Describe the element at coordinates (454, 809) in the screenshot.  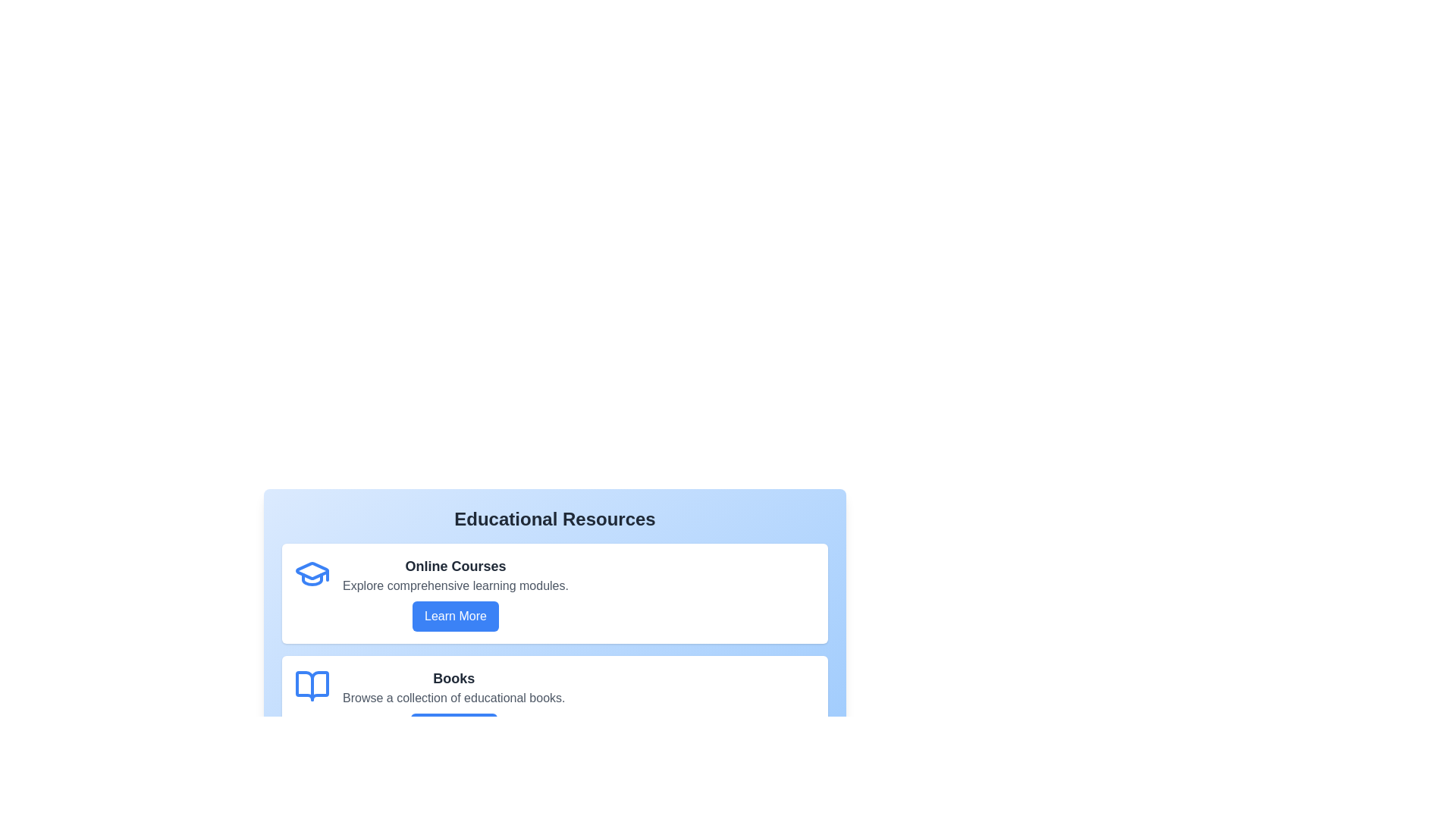
I see `the descriptive text for each resource in the list` at that location.